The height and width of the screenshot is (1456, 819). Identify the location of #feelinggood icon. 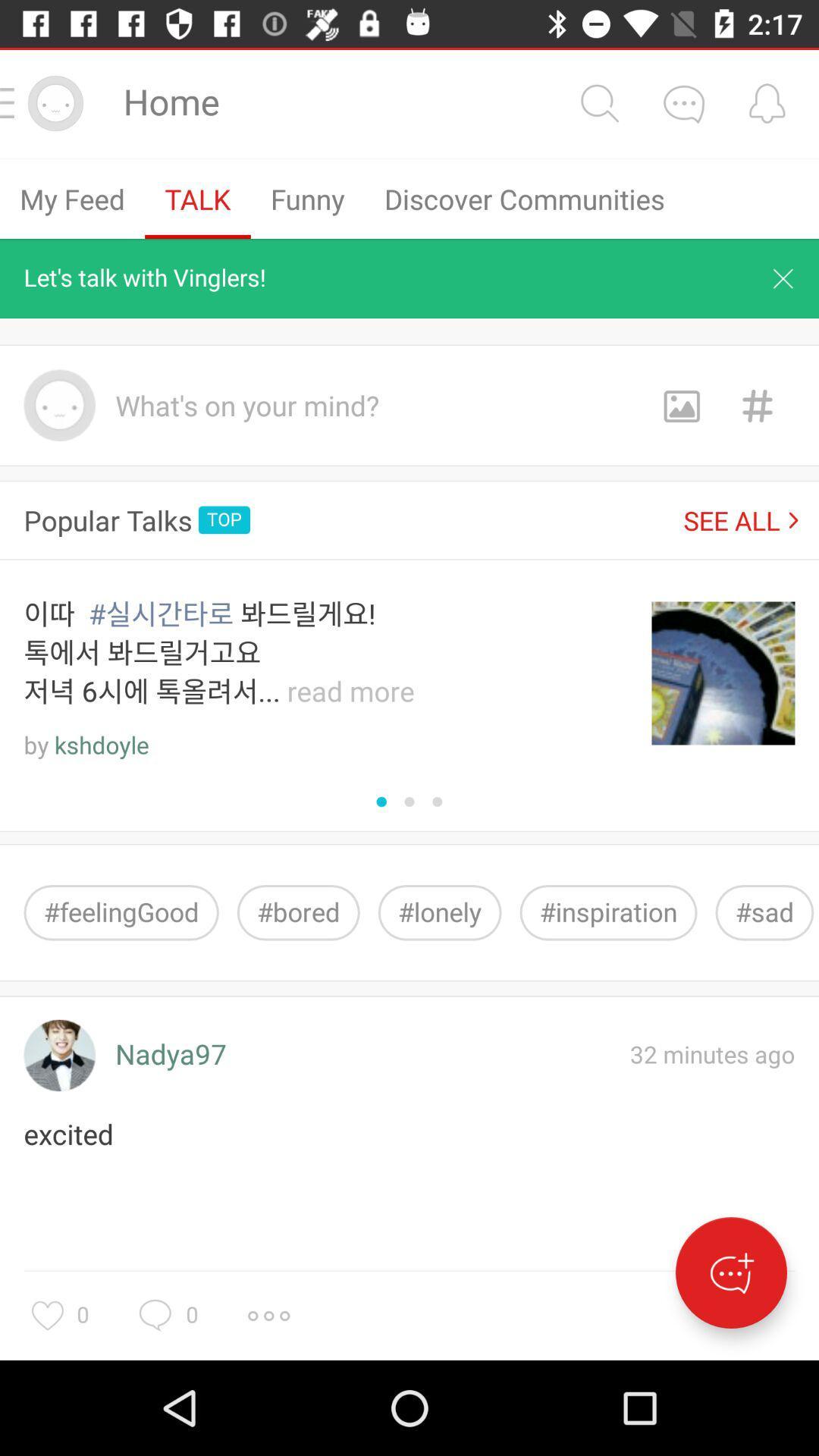
(121, 912).